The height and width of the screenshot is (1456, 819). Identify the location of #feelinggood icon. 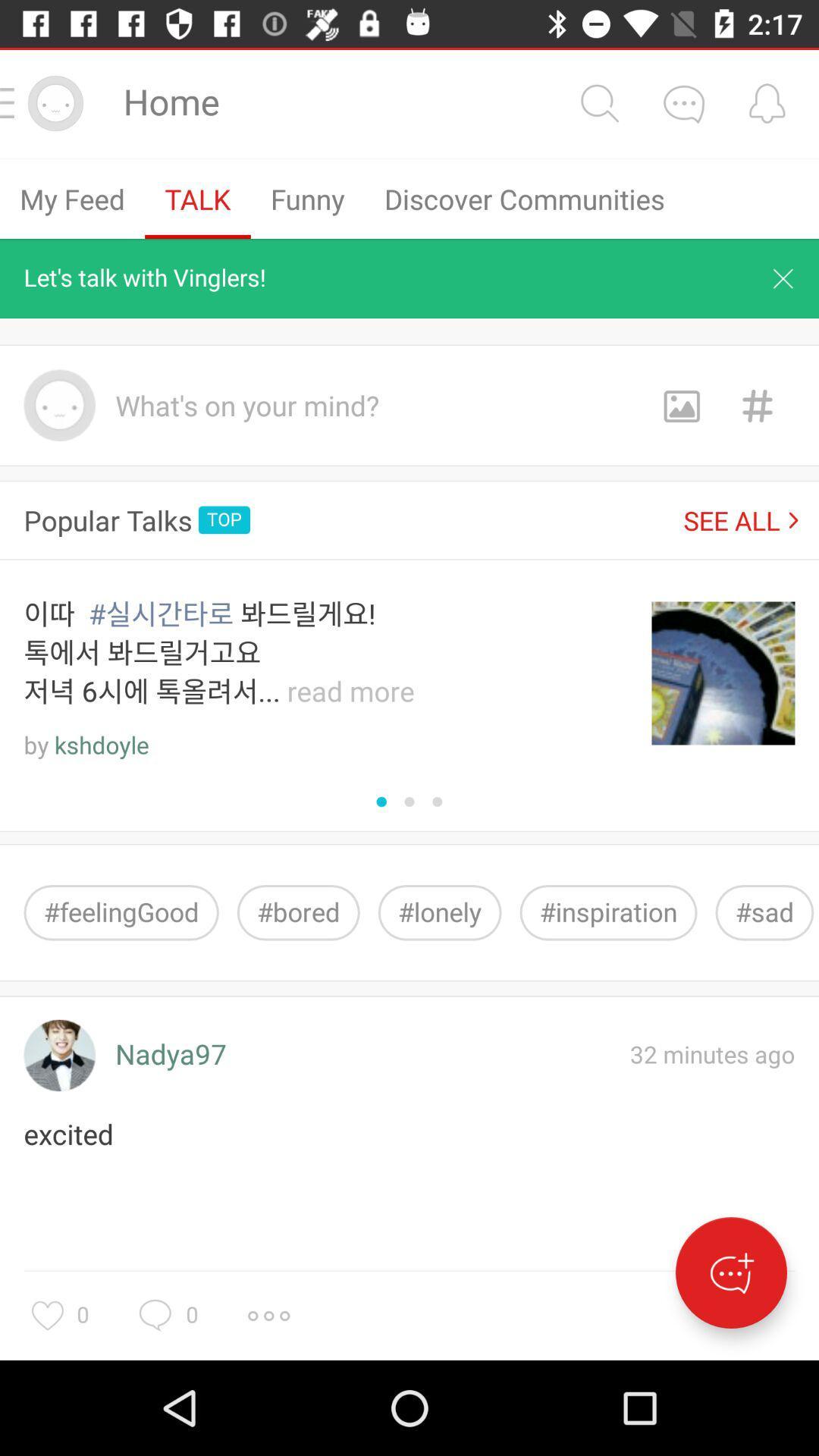
(121, 912).